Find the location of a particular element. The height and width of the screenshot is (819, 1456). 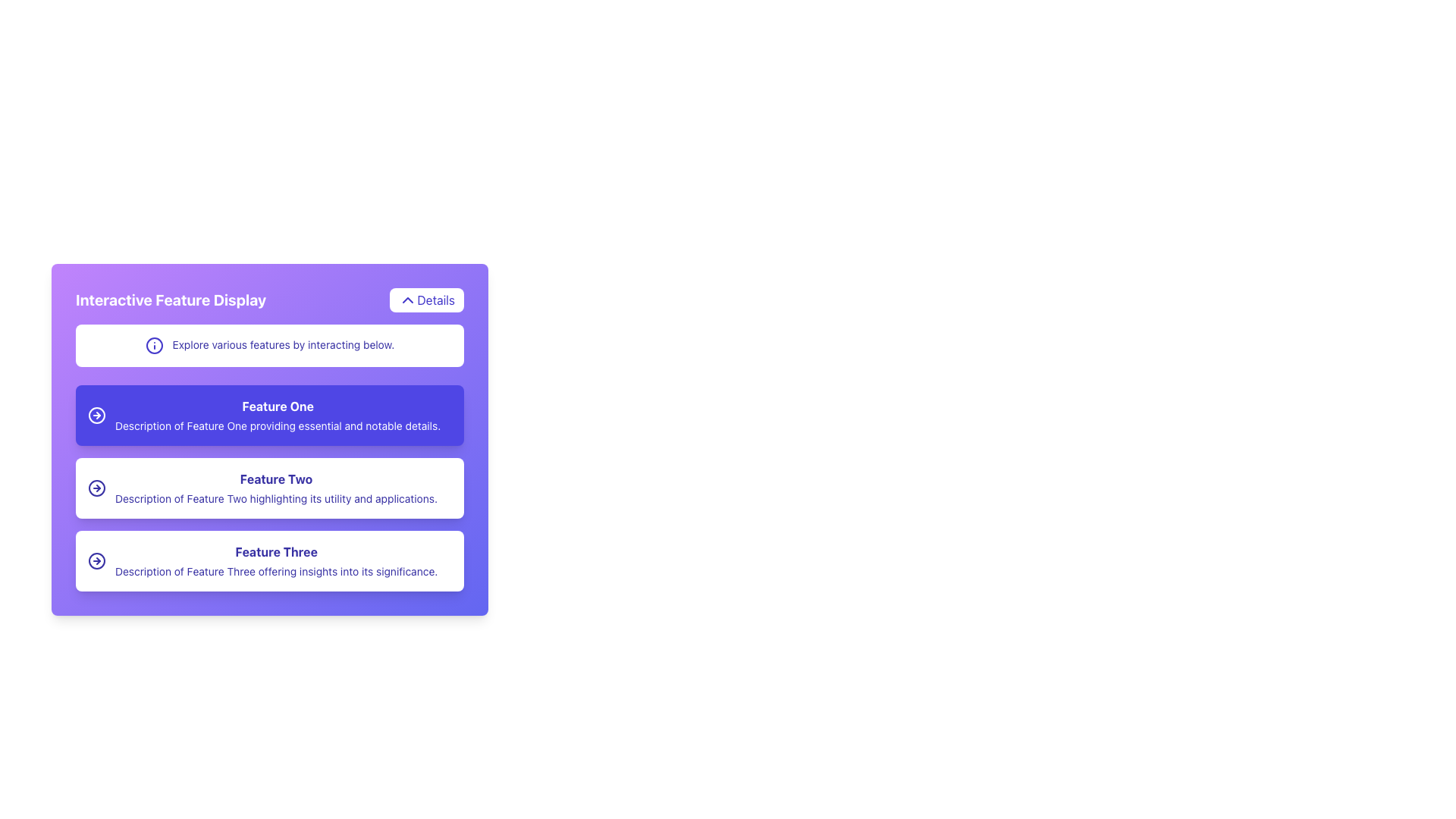

the icon button located to the left of the text describing 'Feature Three' is located at coordinates (96, 561).